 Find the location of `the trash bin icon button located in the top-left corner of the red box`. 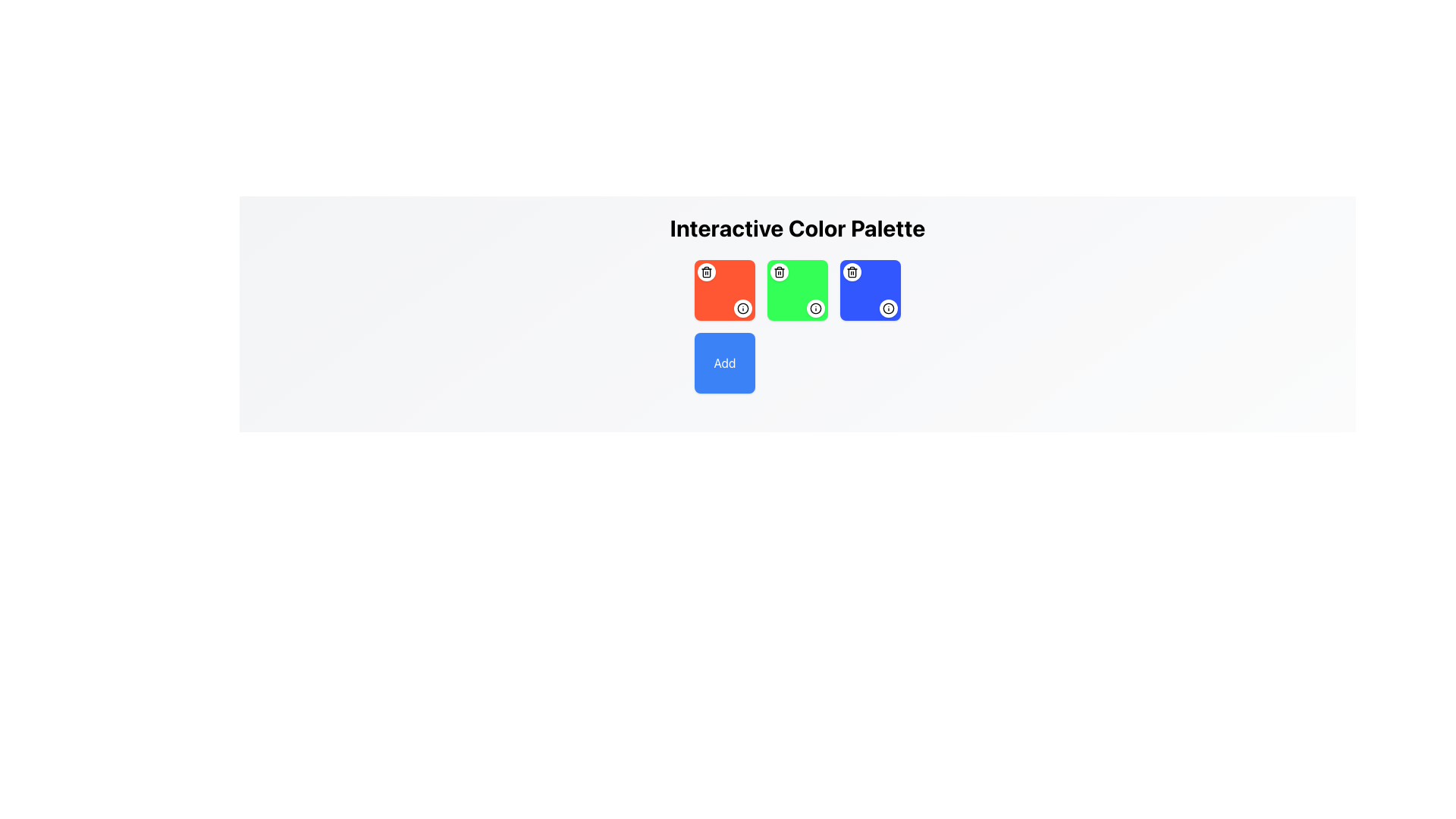

the trash bin icon button located in the top-left corner of the red box is located at coordinates (705, 271).